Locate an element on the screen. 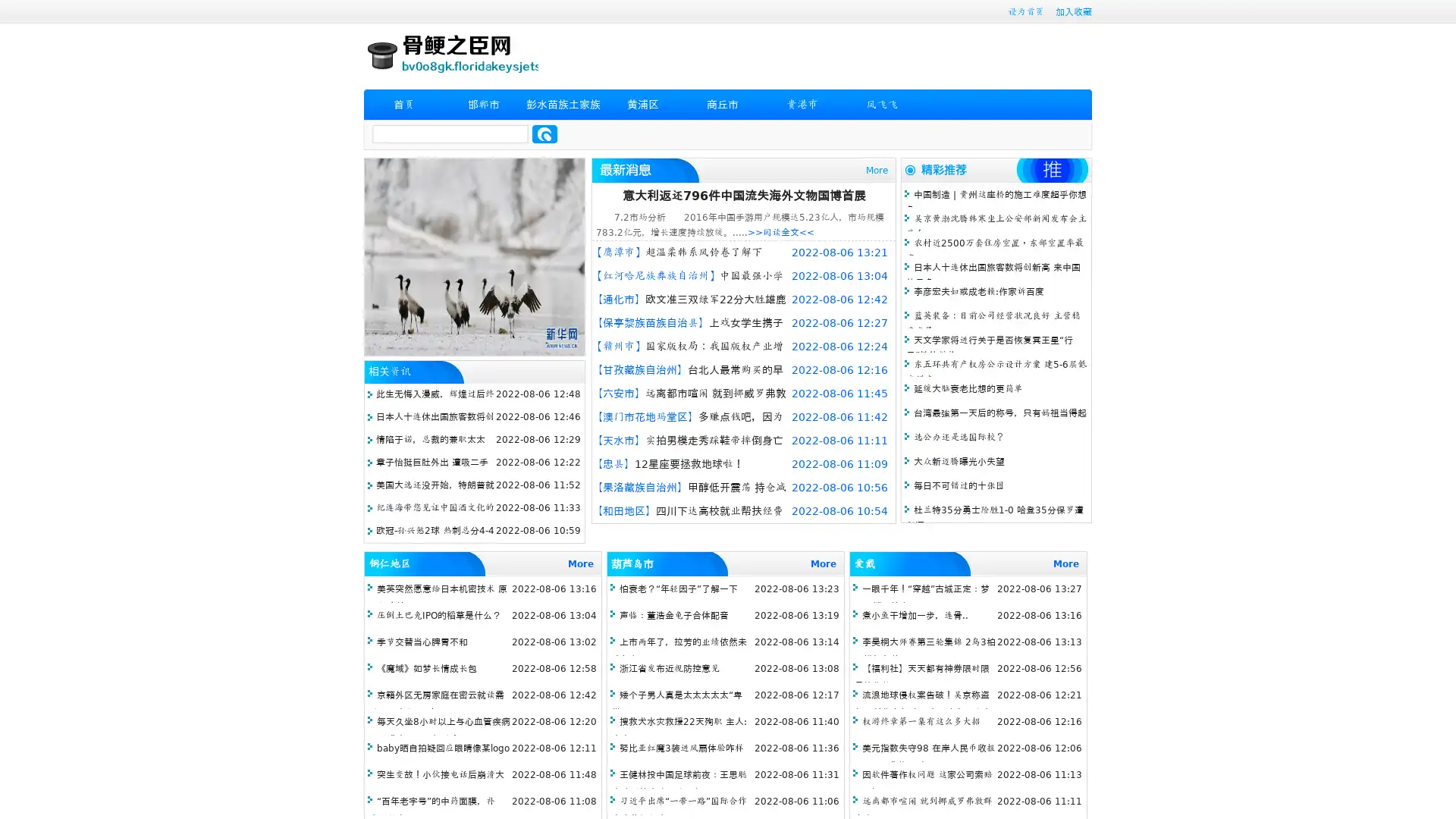 The height and width of the screenshot is (819, 1456). Search is located at coordinates (544, 133).